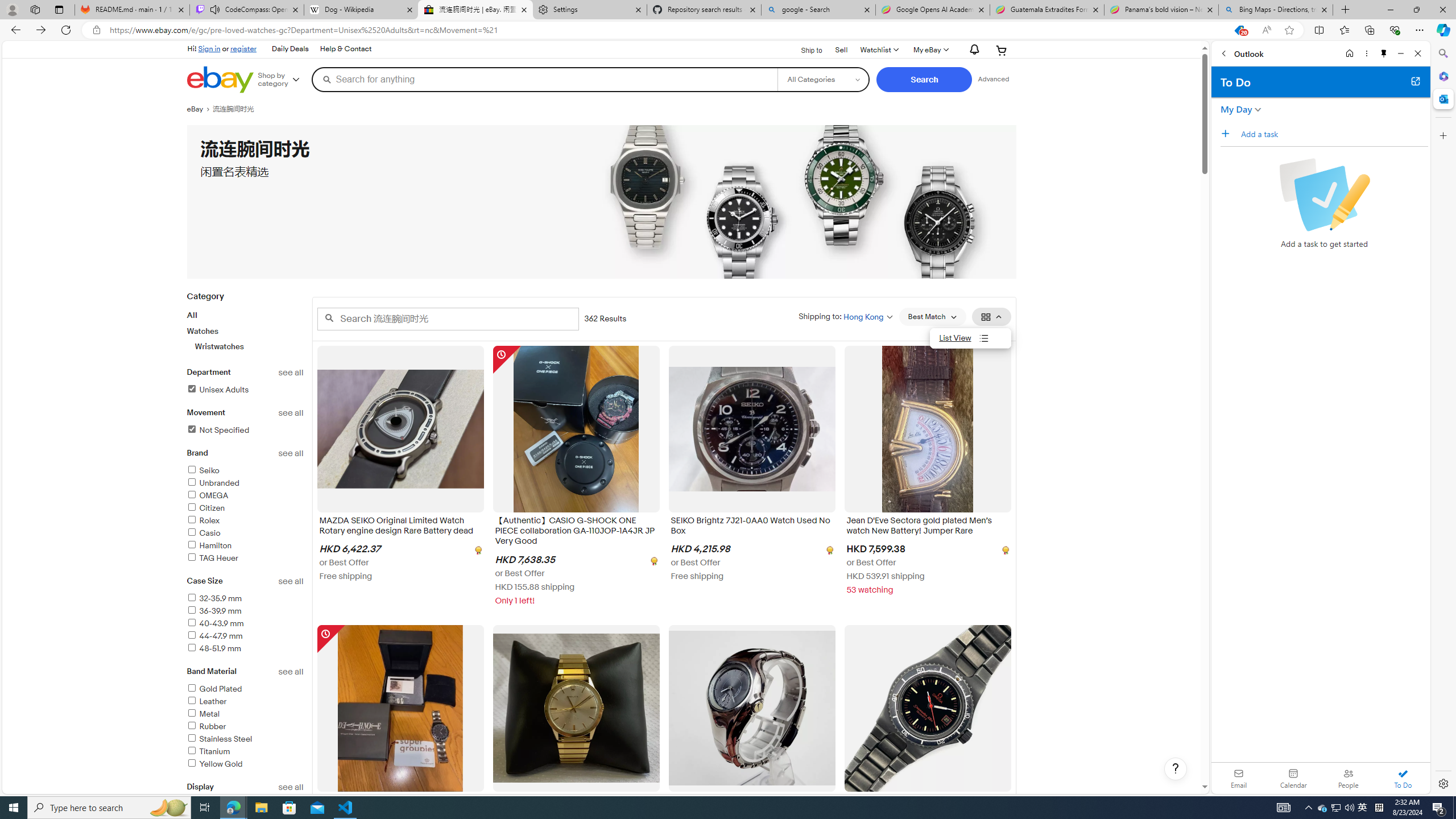 The image size is (1456, 819). What do you see at coordinates (932, 316) in the screenshot?
I see `'Sort: Best Match'` at bounding box center [932, 316].